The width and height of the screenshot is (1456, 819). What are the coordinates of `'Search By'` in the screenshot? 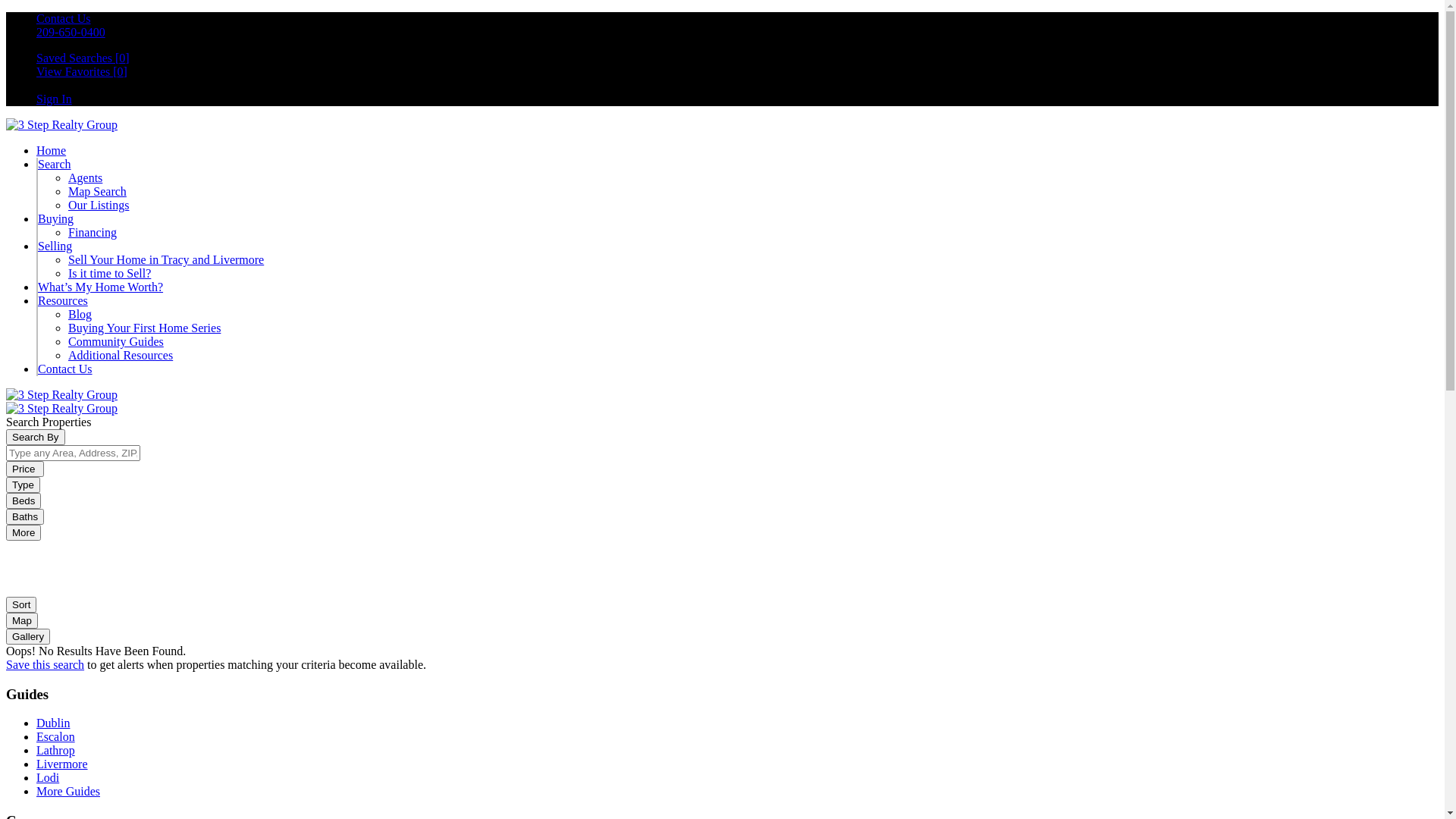 It's located at (36, 437).